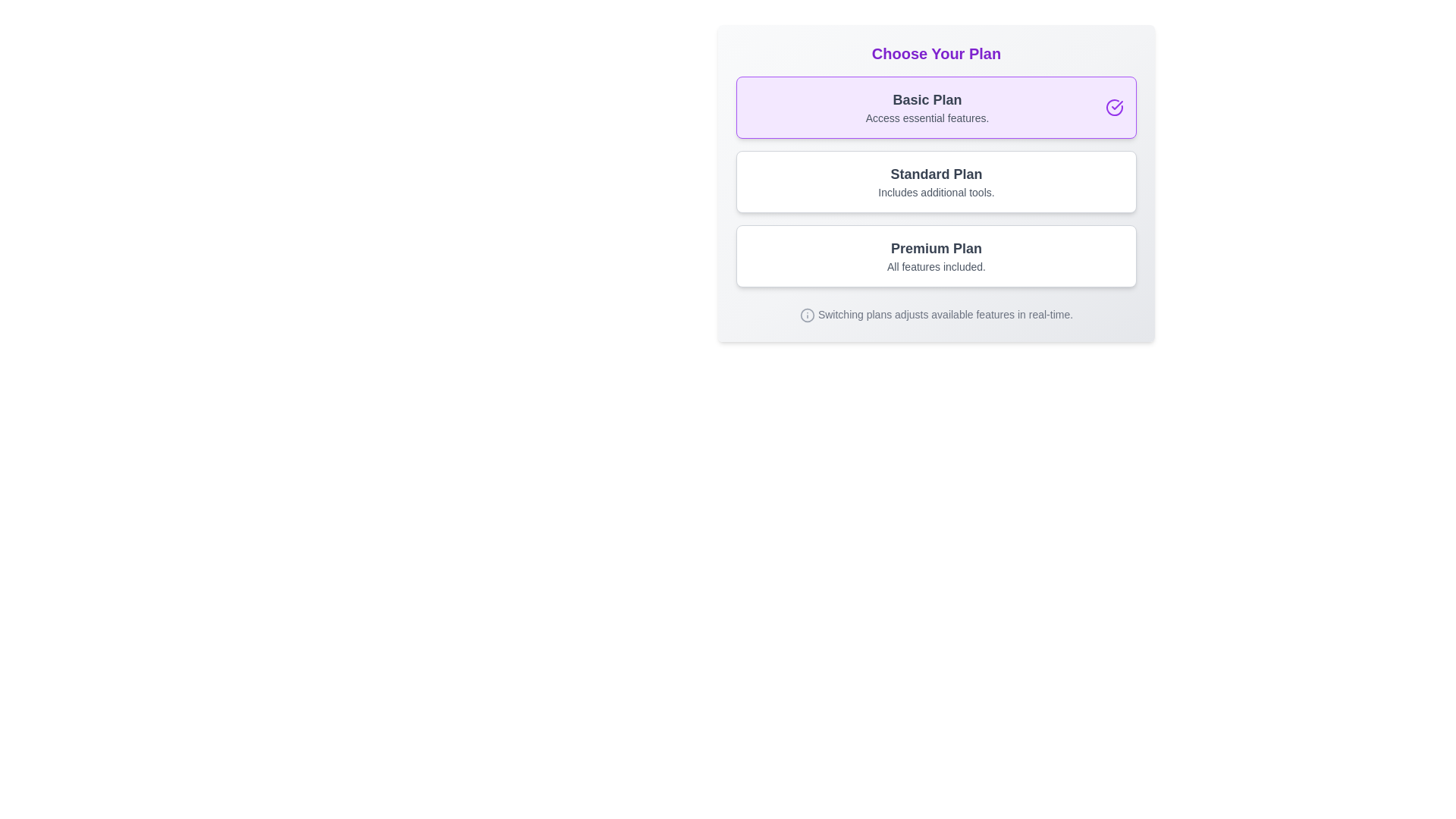  I want to click on the text header titled 'Choose Your Plan', which is styled in bold with a large purple font and is center-aligned at the top of the pricing options section, so click(935, 52).